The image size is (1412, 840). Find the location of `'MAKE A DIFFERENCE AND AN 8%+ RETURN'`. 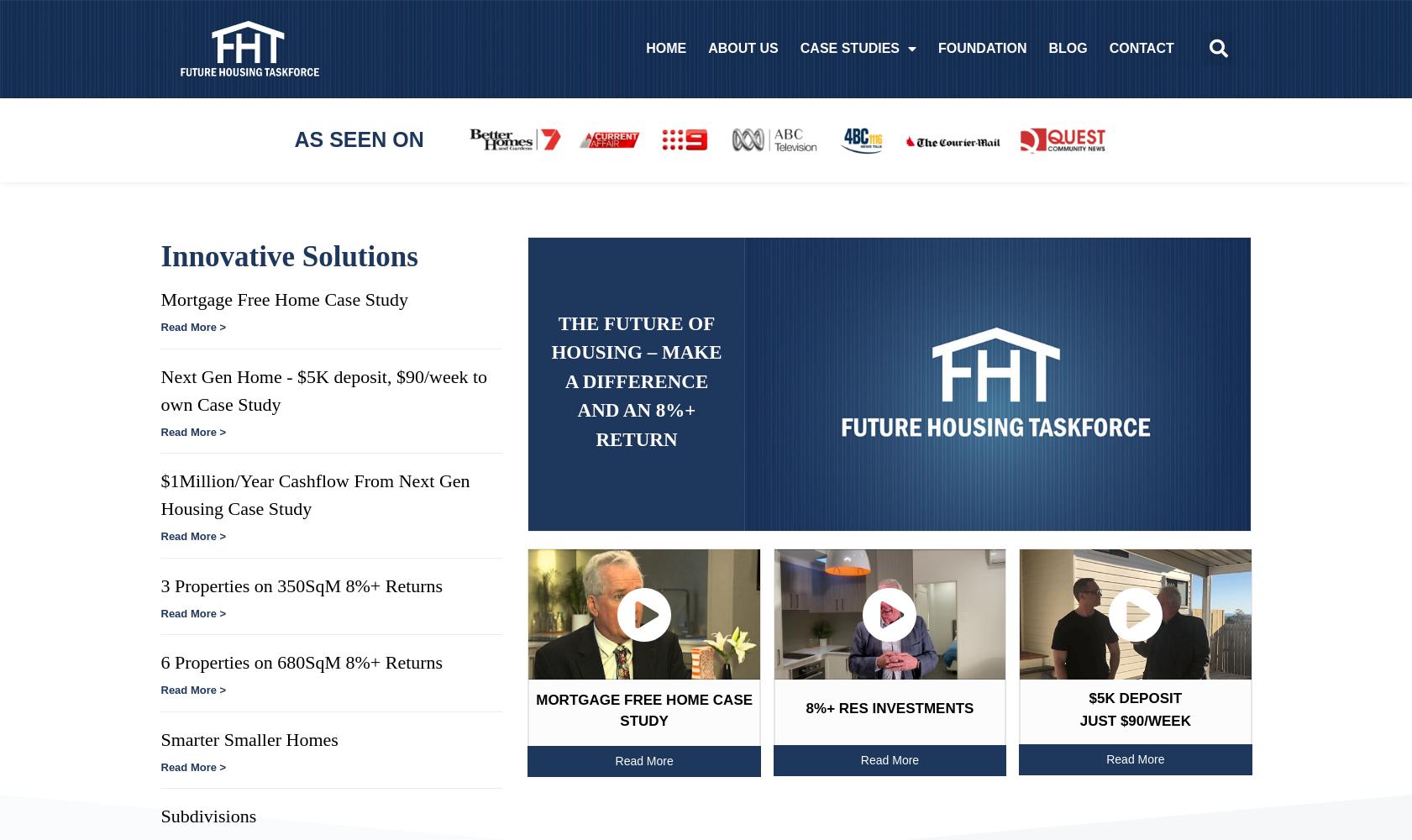

'MAKE A DIFFERENCE AND AN 8%+ RETURN' is located at coordinates (643, 395).